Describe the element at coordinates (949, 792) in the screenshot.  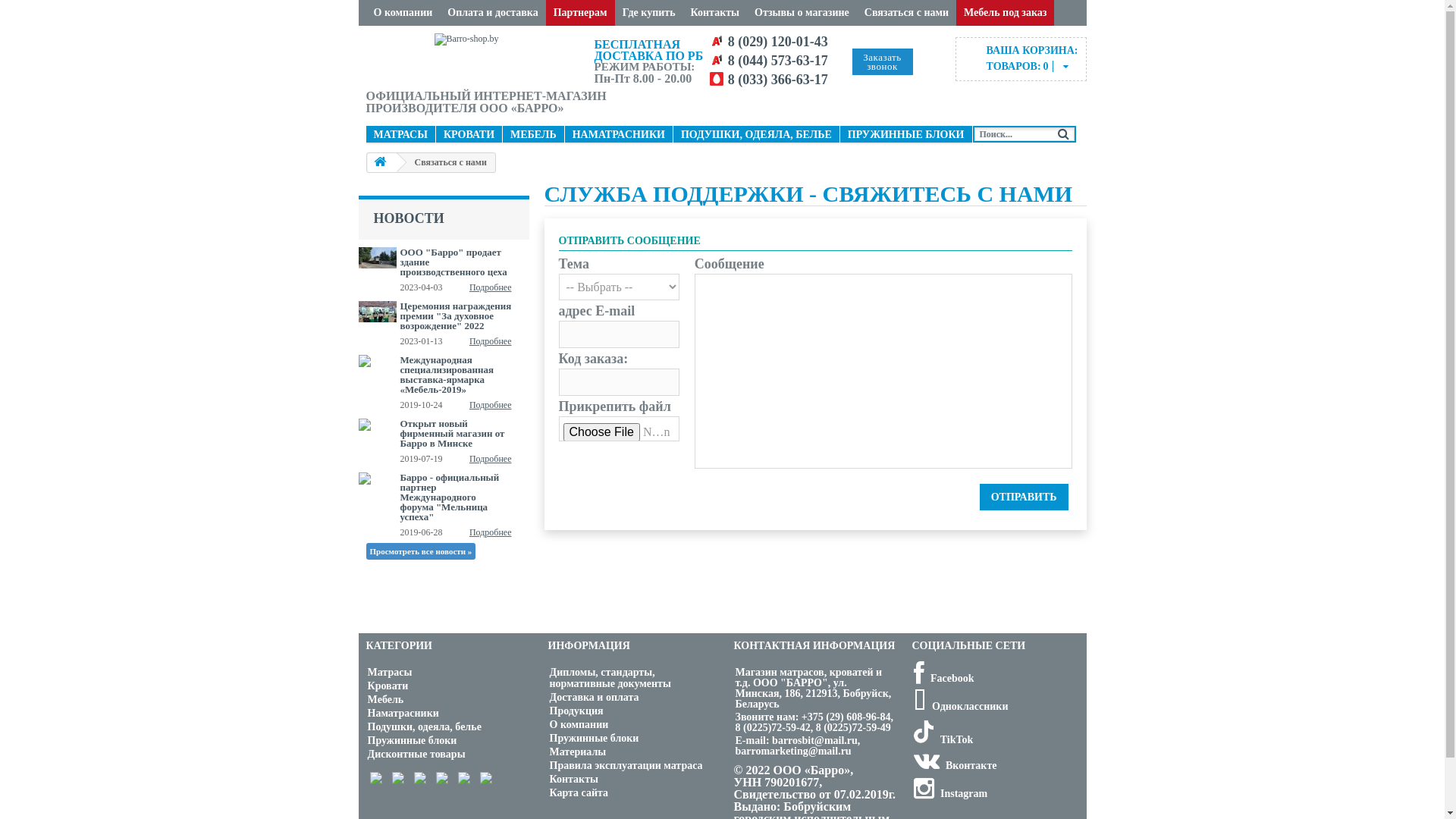
I see `'Instagram'` at that location.